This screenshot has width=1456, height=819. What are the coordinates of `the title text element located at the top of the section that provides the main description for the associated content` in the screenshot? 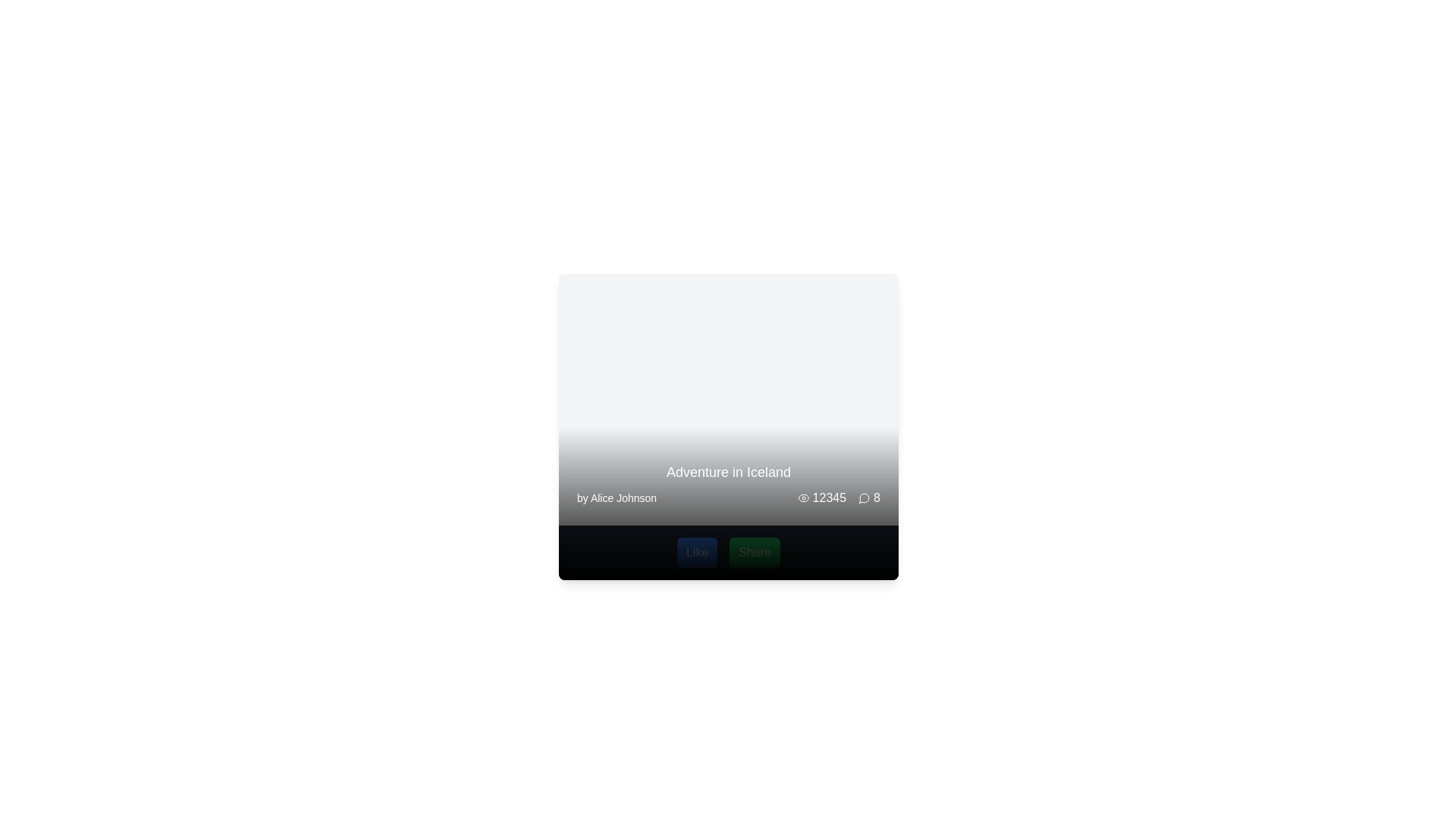 It's located at (728, 472).